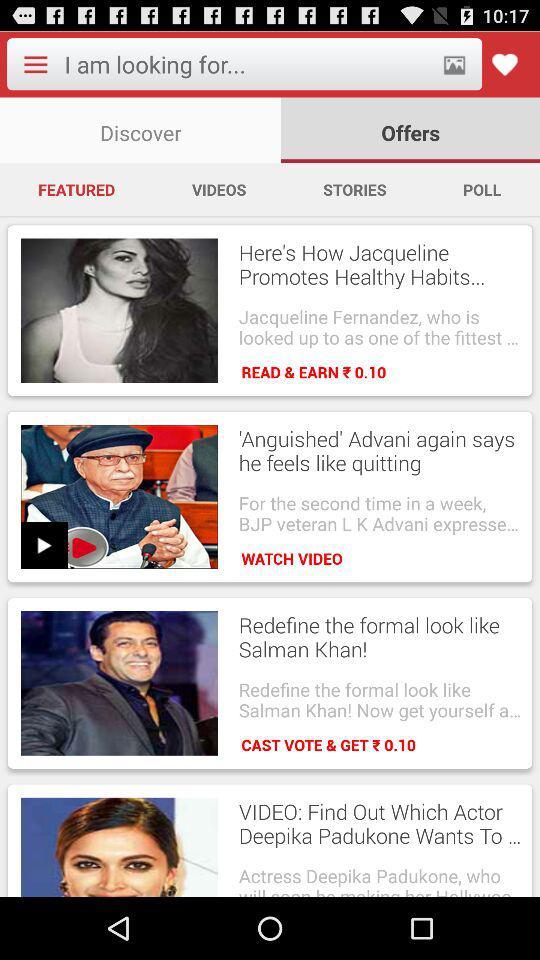  What do you see at coordinates (35, 64) in the screenshot?
I see `menu options` at bounding box center [35, 64].